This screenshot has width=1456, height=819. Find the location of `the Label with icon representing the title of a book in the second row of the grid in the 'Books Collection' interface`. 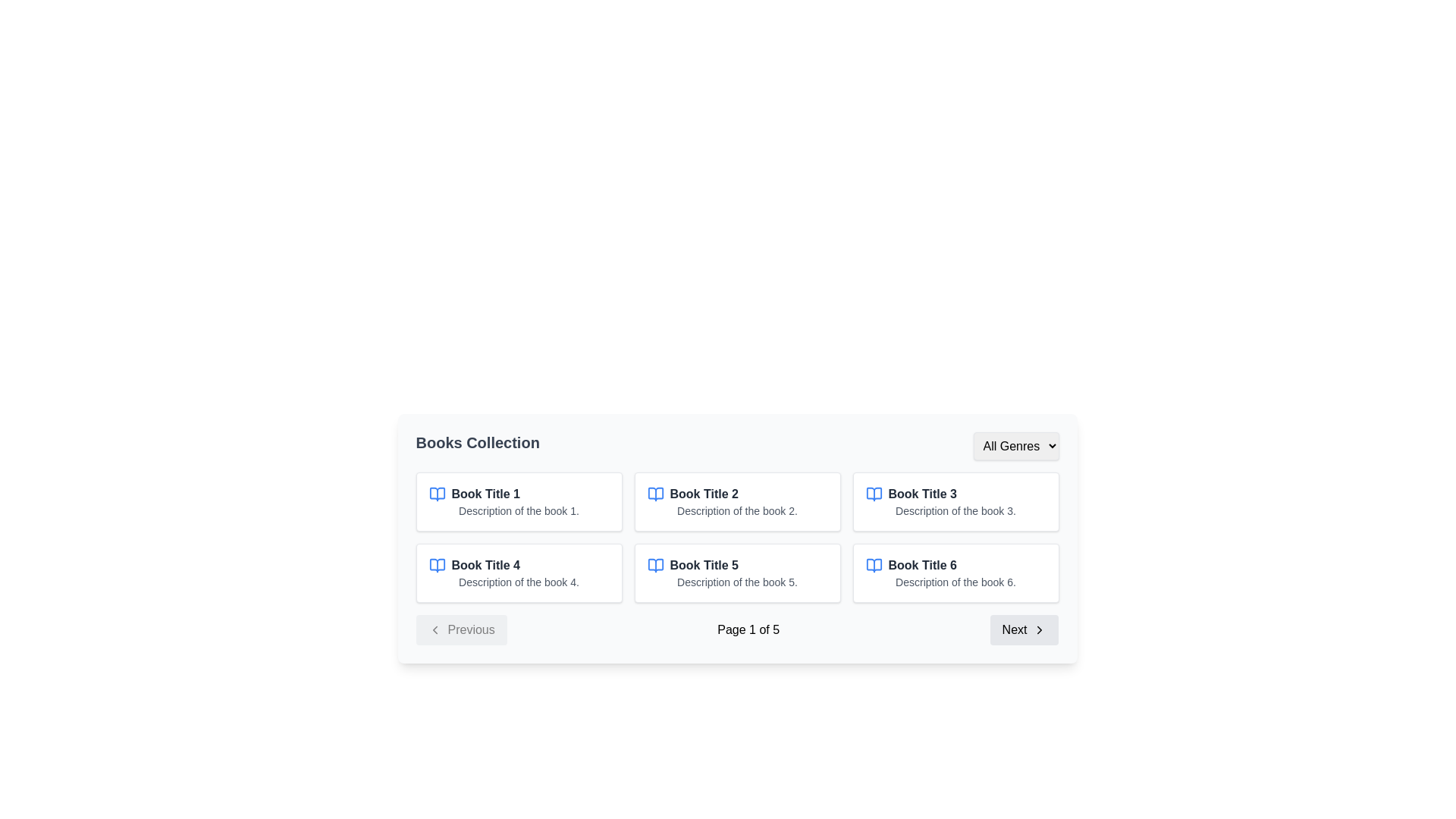

the Label with icon representing the title of a book in the second row of the grid in the 'Books Collection' interface is located at coordinates (519, 565).